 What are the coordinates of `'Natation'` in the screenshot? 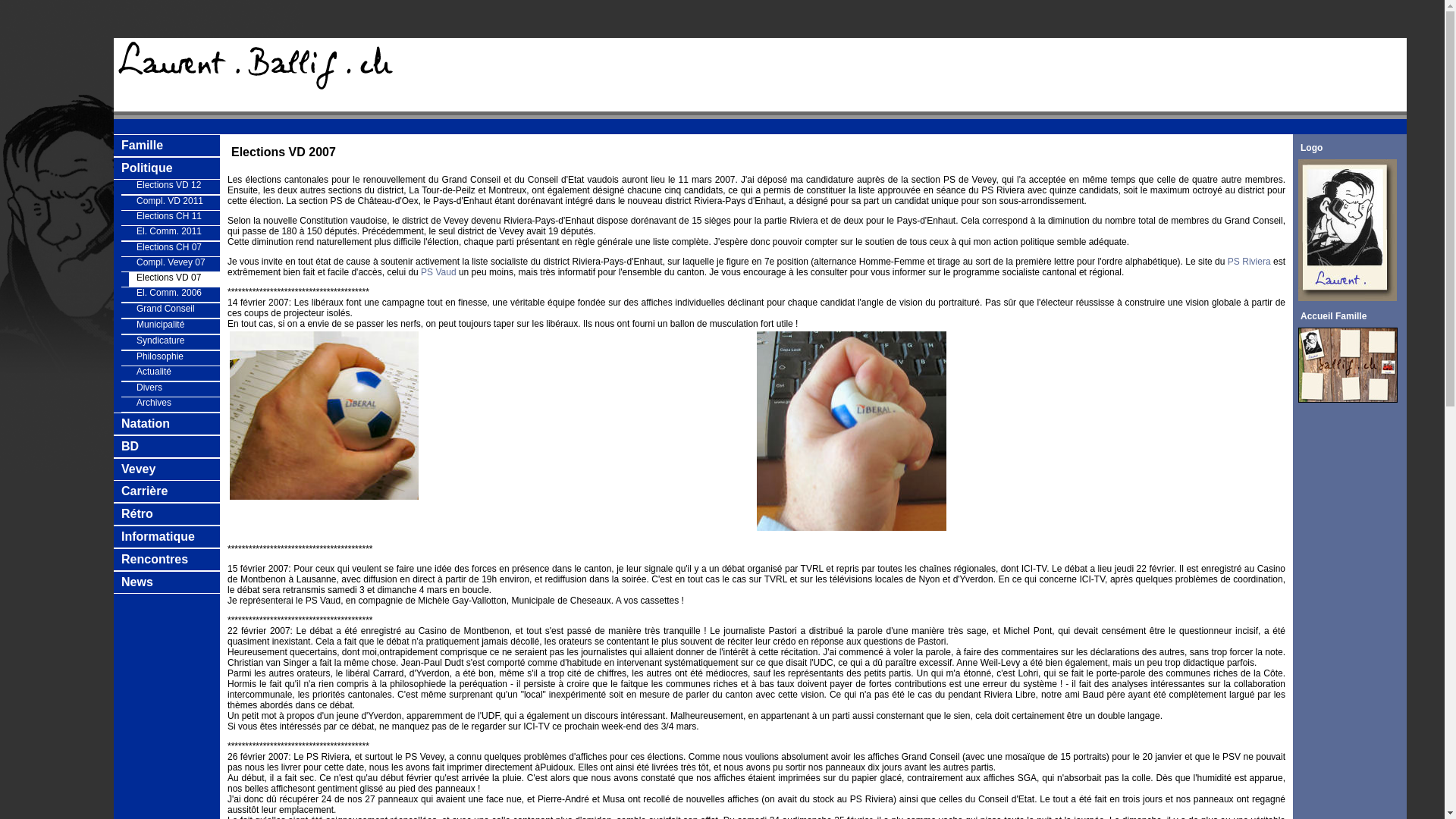 It's located at (146, 423).